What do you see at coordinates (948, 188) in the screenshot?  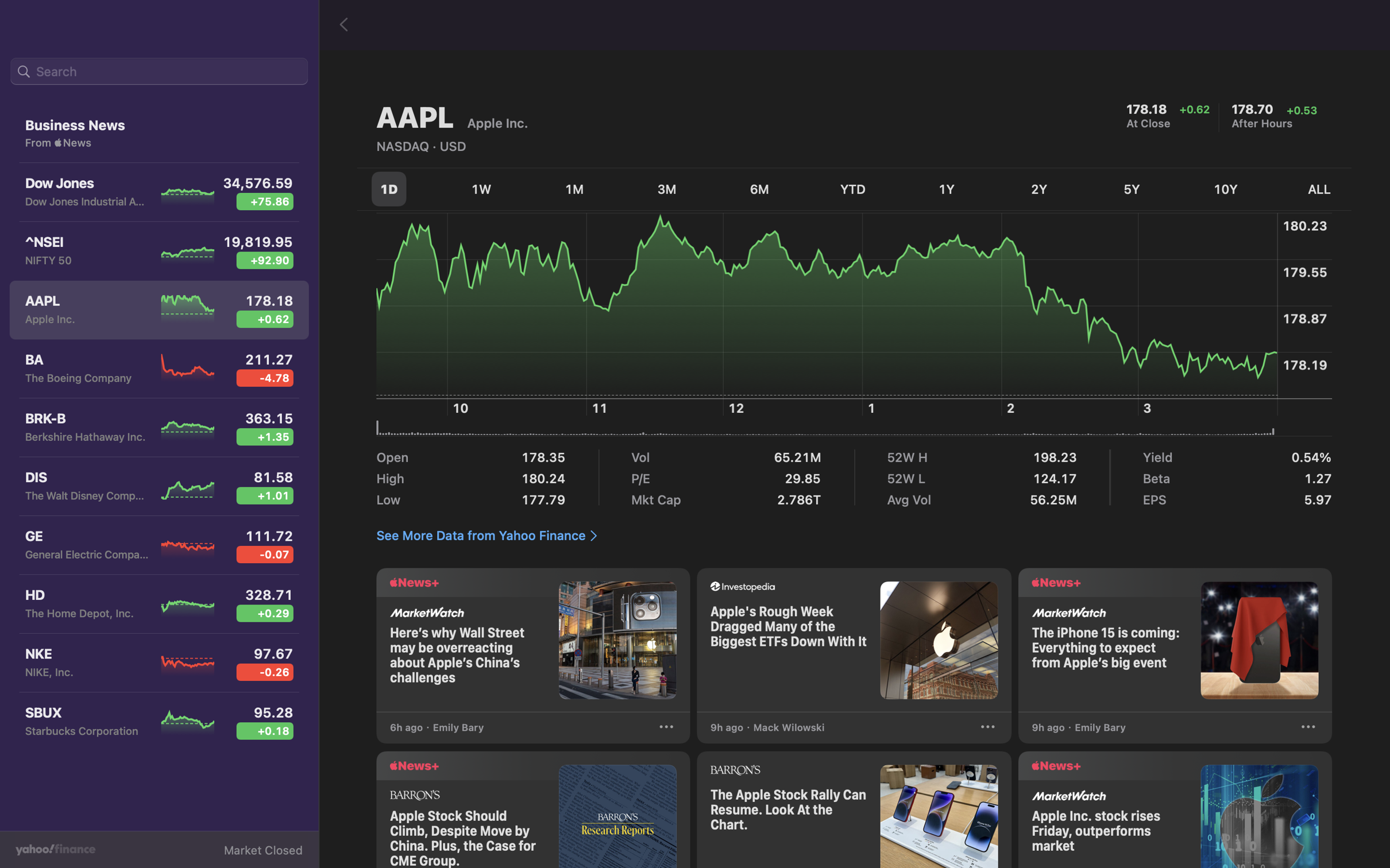 I see `Check the stock change for the past year` at bounding box center [948, 188].